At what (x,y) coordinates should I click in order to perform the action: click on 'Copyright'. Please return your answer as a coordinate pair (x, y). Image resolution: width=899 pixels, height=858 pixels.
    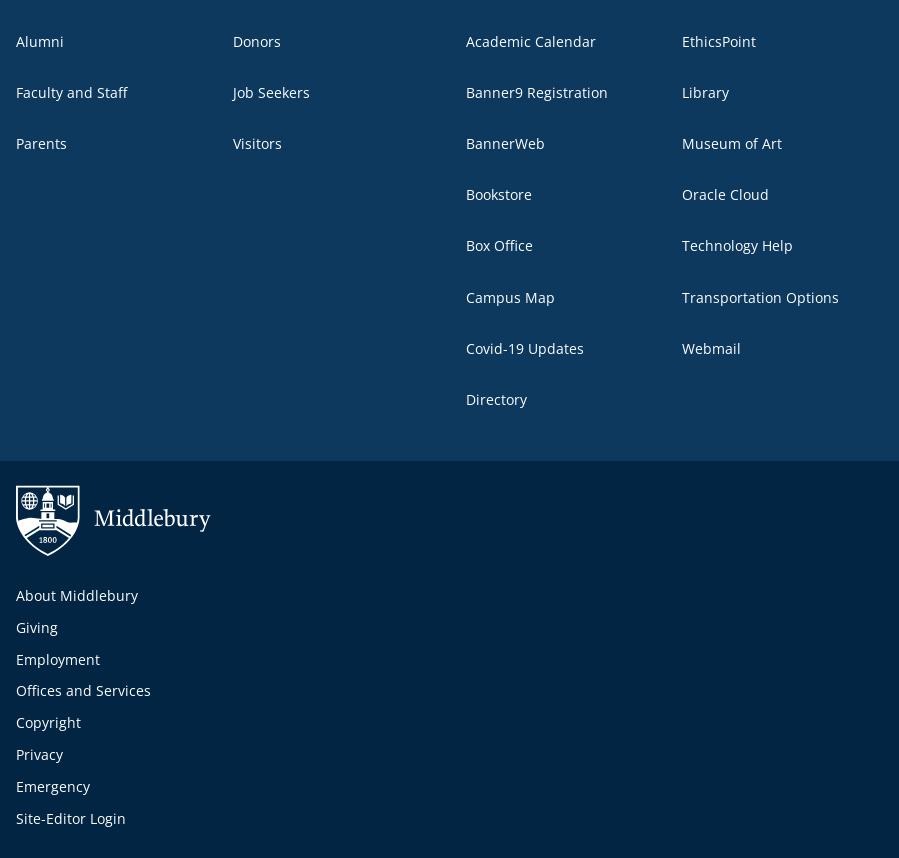
    Looking at the image, I should click on (47, 722).